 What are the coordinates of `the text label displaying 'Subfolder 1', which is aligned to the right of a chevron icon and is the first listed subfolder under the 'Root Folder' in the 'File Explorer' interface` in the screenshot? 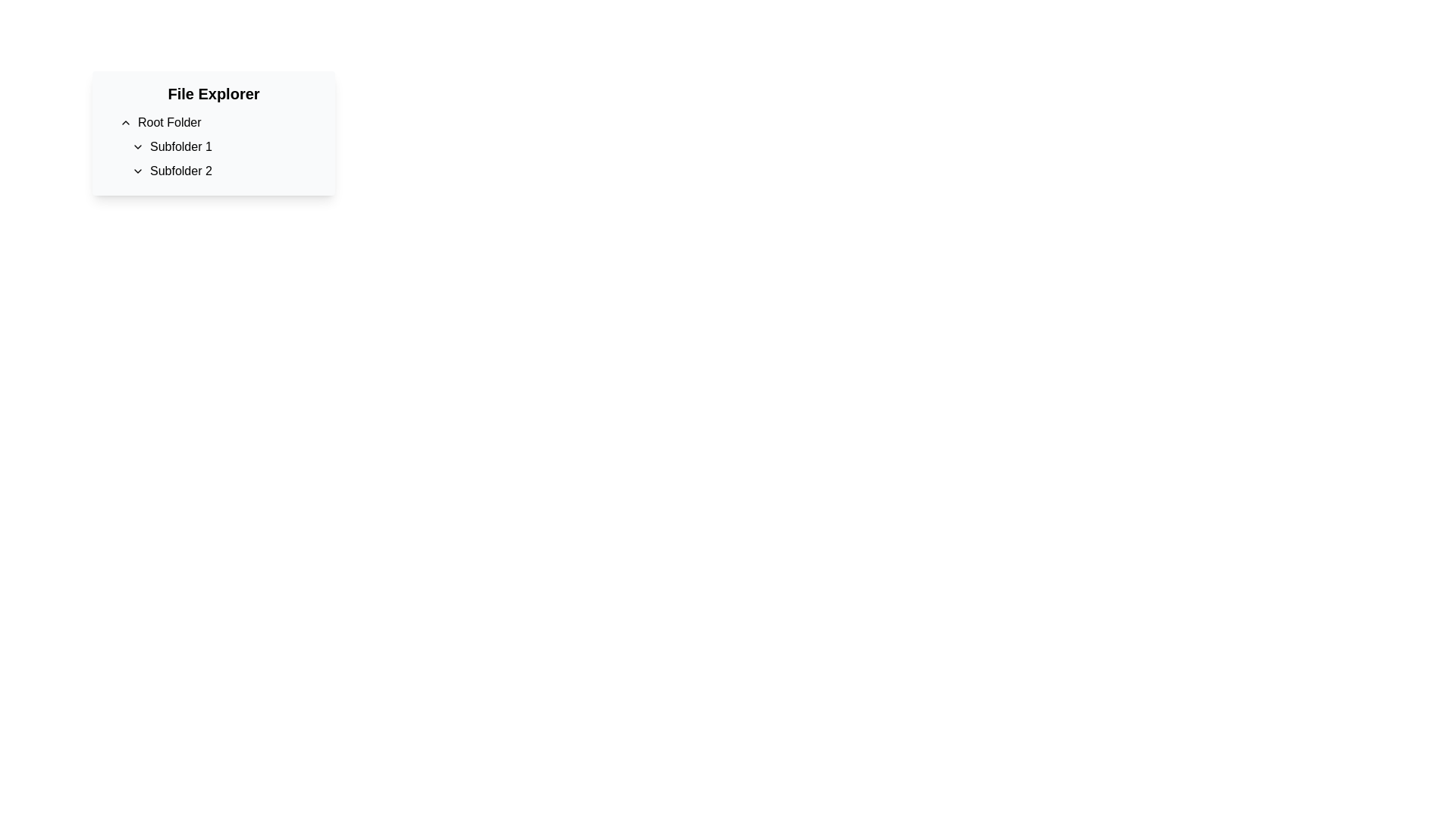 It's located at (180, 146).